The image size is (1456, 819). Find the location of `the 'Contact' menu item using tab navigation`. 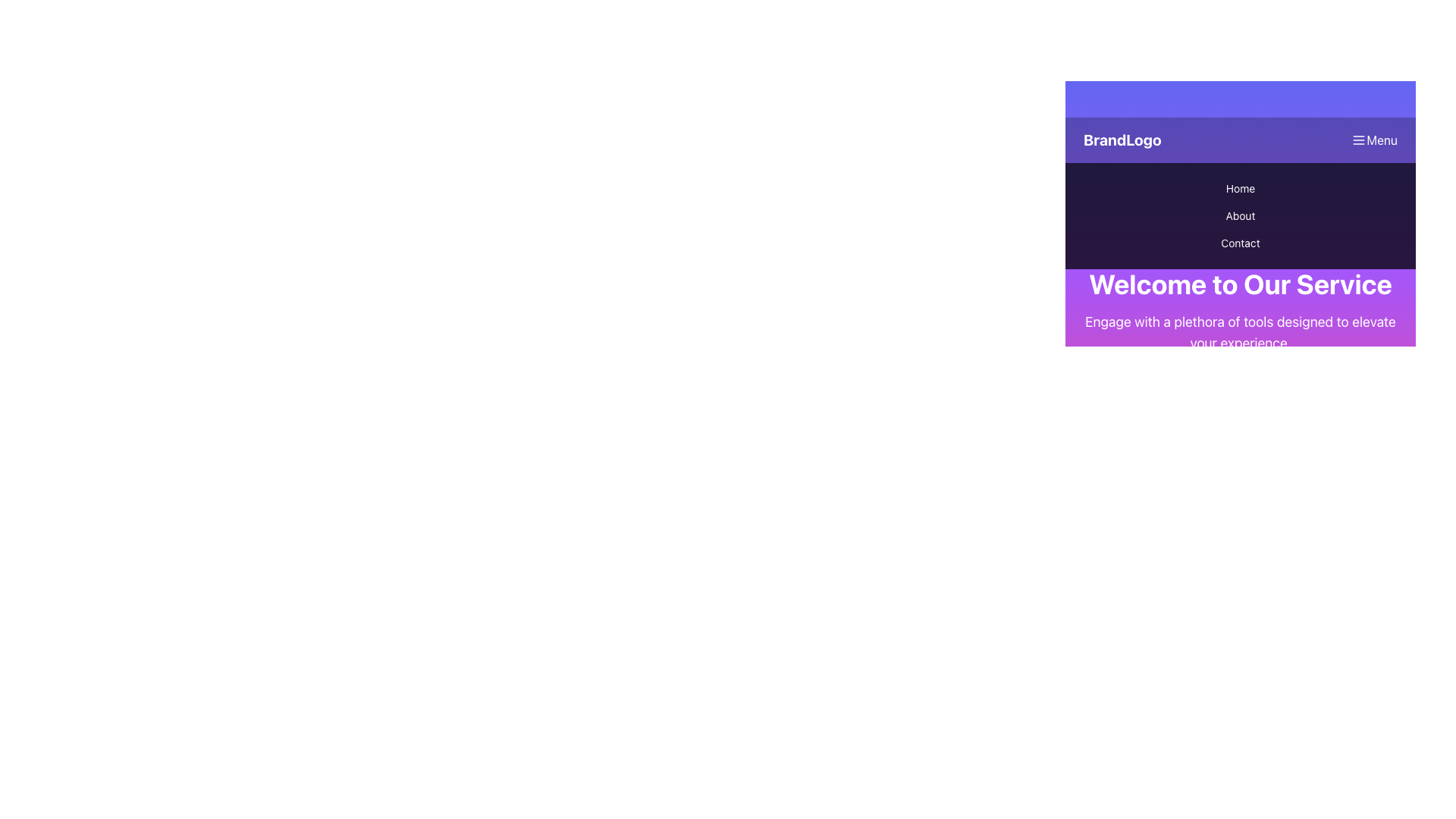

the 'Contact' menu item using tab navigation is located at coordinates (1241, 242).